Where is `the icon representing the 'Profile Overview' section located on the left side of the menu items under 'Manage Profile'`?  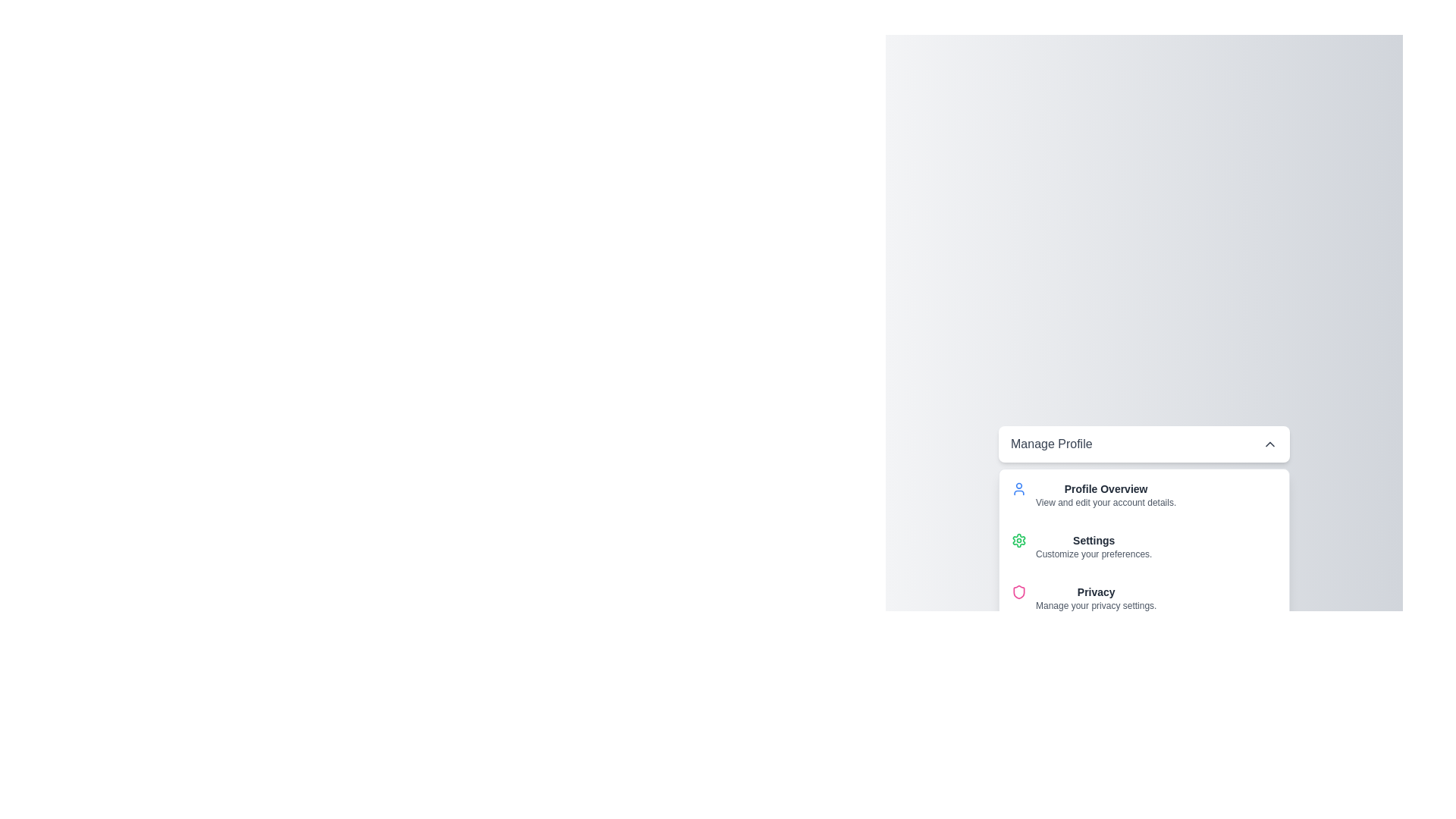
the icon representing the 'Profile Overview' section located on the left side of the menu items under 'Manage Profile' is located at coordinates (1019, 488).